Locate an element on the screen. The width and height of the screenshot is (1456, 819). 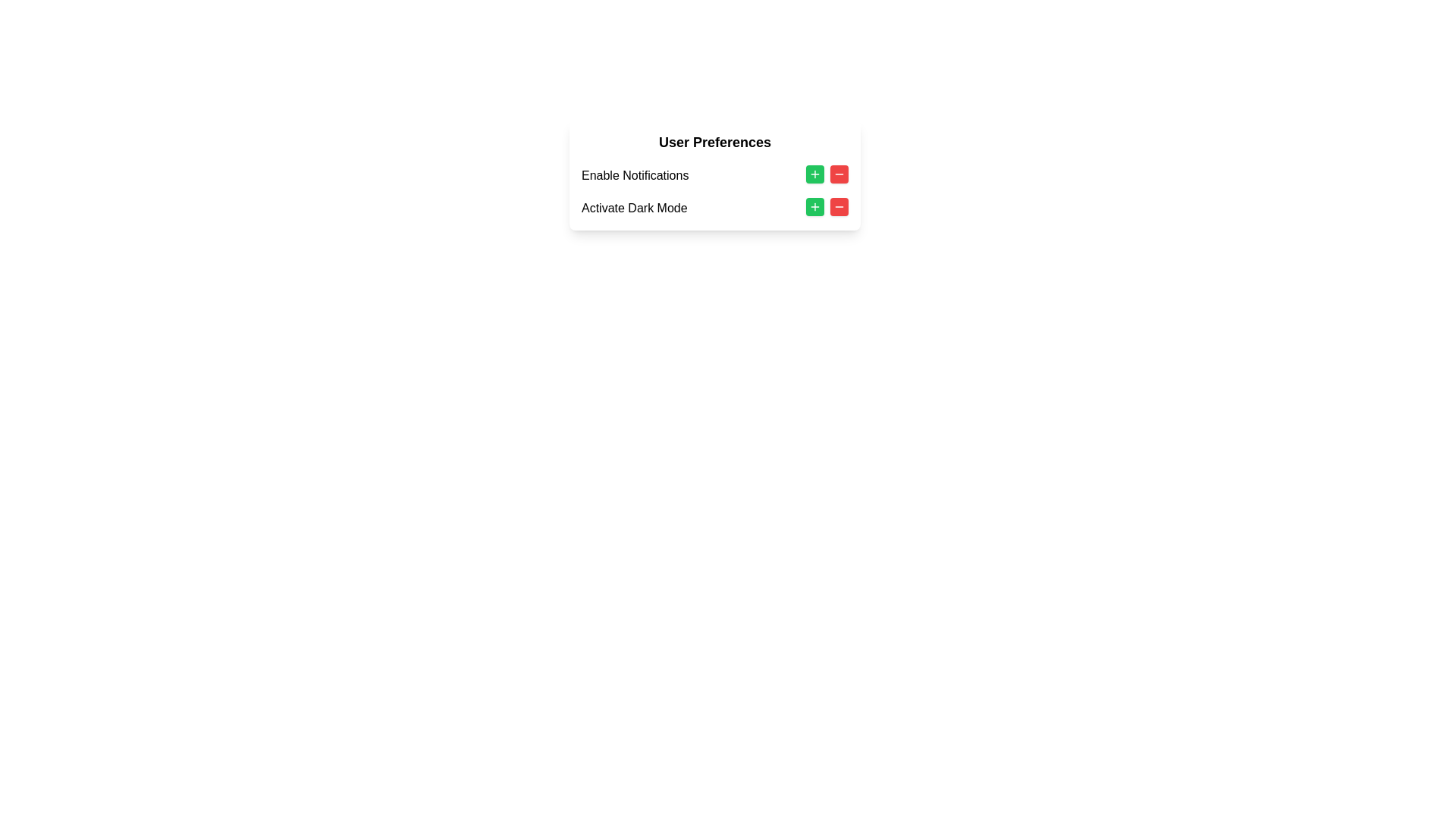
the buttons in the Control Row for toggling the 'Dark Mode' preference is located at coordinates (714, 208).